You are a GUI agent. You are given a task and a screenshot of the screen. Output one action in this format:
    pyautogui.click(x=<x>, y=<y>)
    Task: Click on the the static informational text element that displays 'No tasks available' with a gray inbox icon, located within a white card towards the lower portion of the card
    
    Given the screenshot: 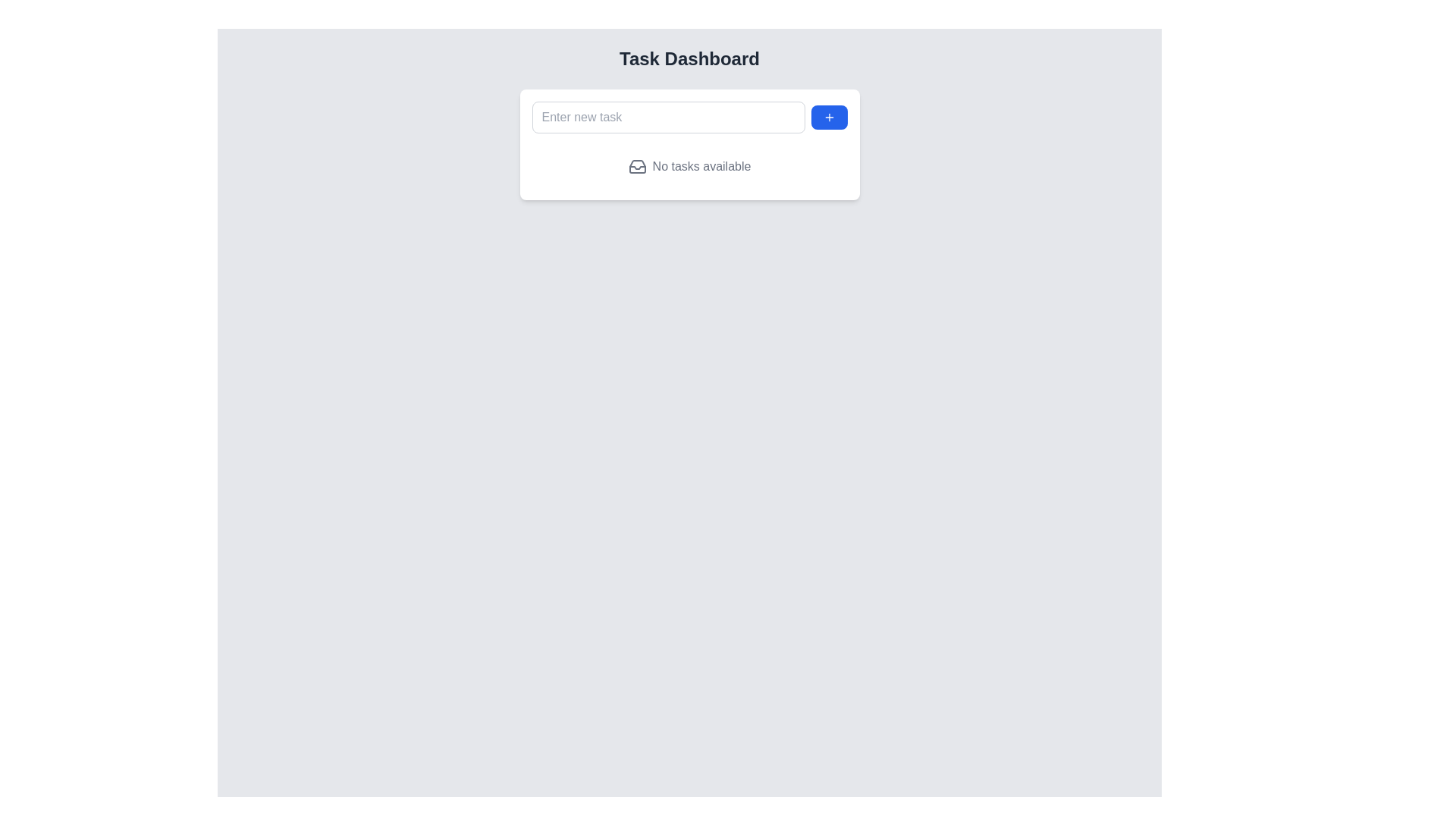 What is the action you would take?
    pyautogui.click(x=689, y=166)
    